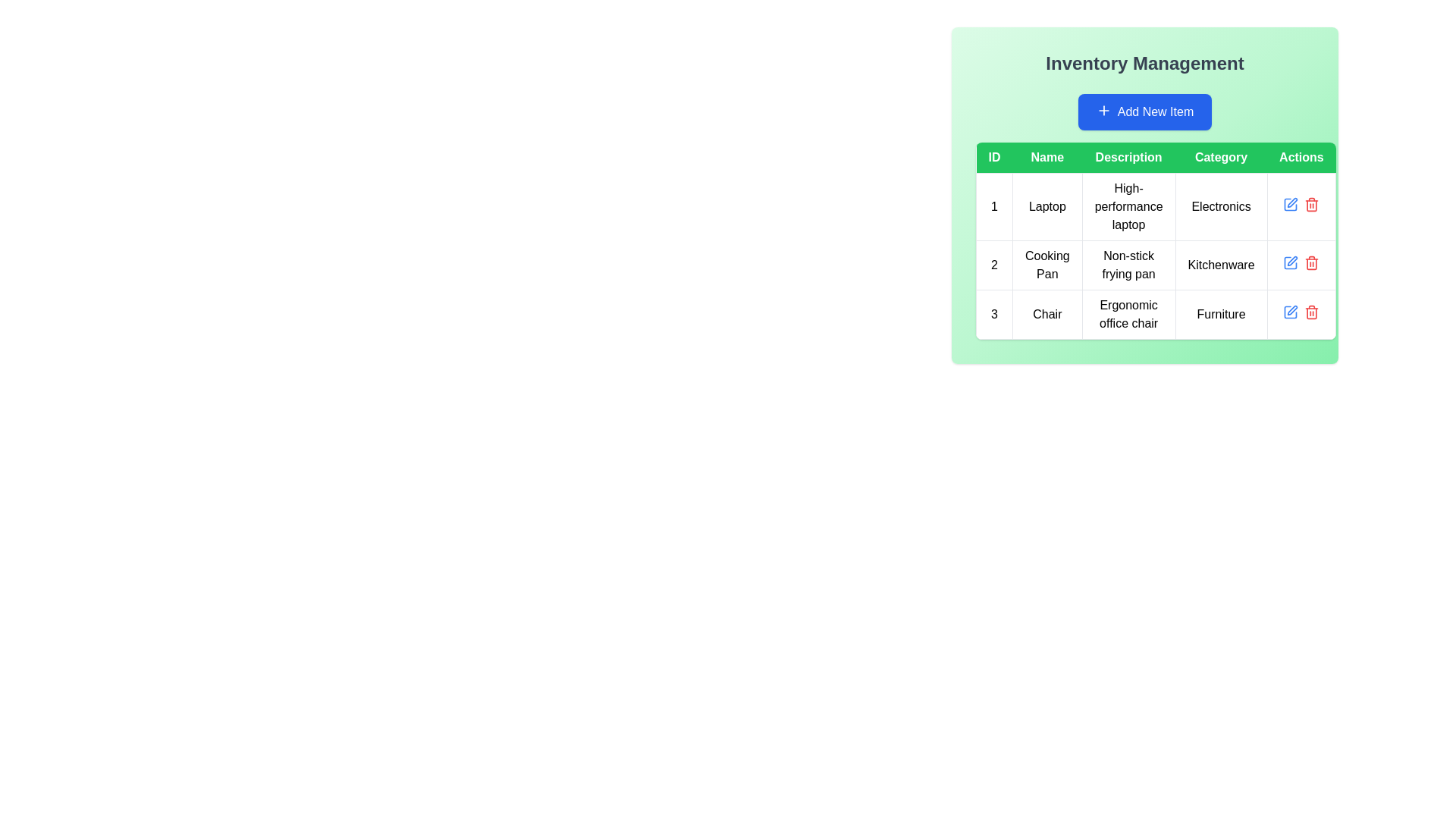 The image size is (1456, 819). Describe the element at coordinates (1221, 314) in the screenshot. I see `the informational text label in the third row under the 'Category' column of the inventory items table` at that location.